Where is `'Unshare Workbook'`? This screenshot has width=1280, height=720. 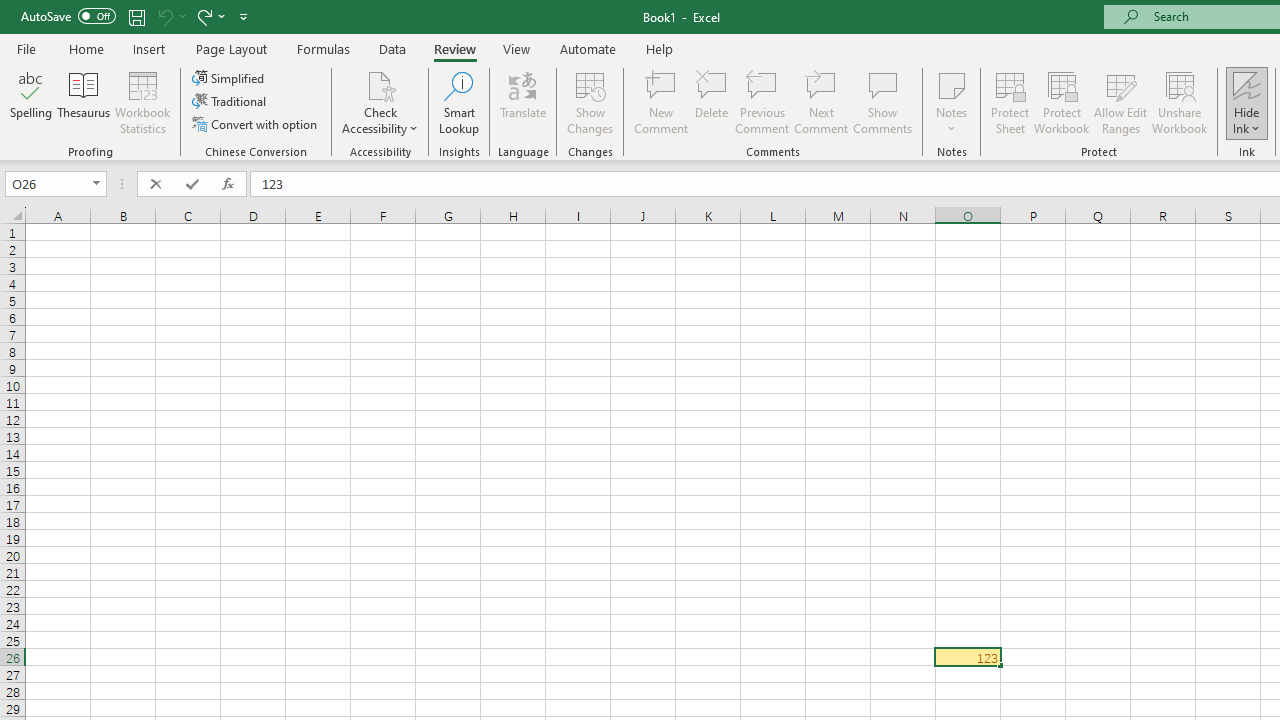
'Unshare Workbook' is located at coordinates (1179, 103).